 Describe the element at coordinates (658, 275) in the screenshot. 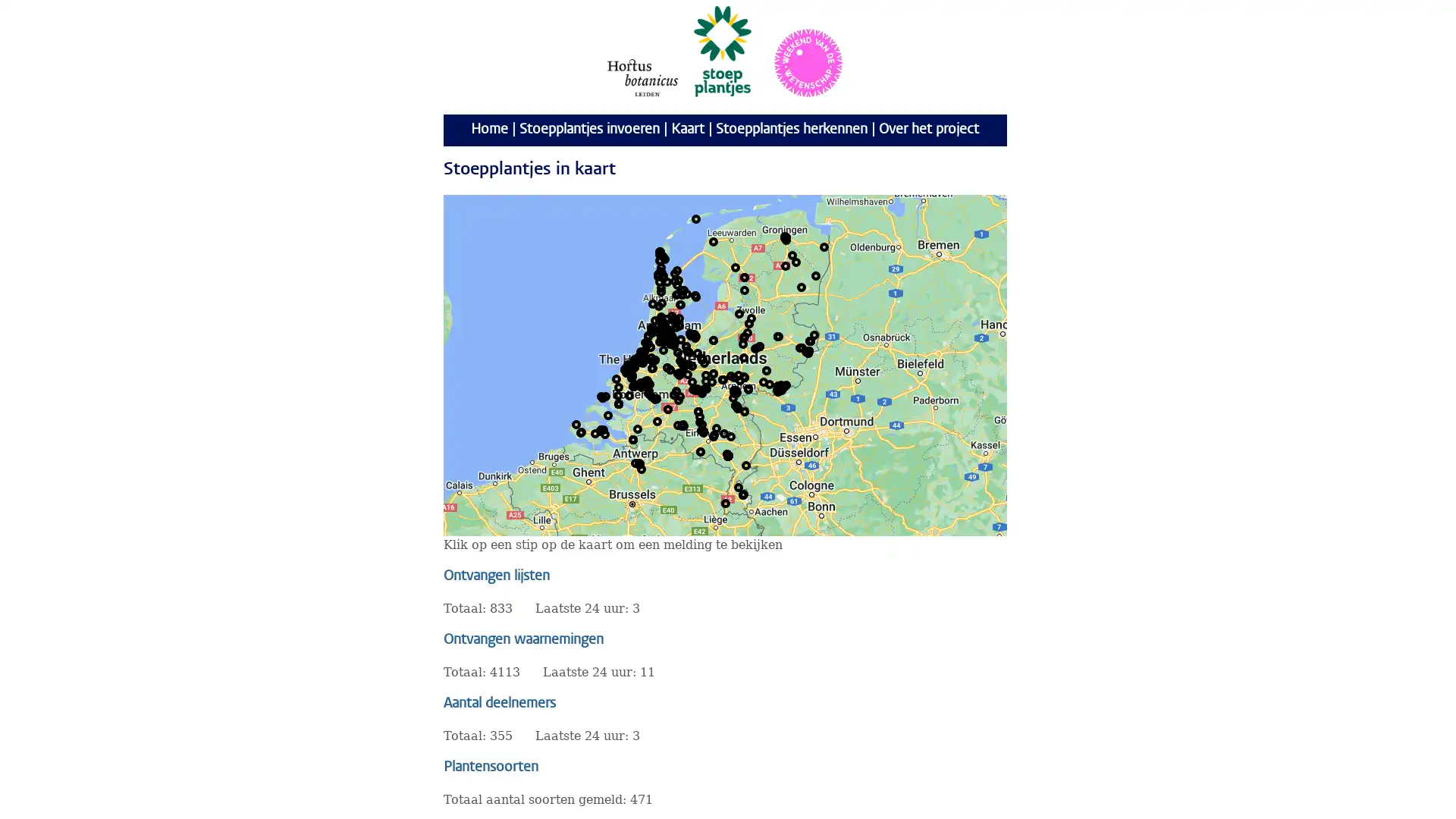

I see `Telling van op 27 juni 2022` at that location.